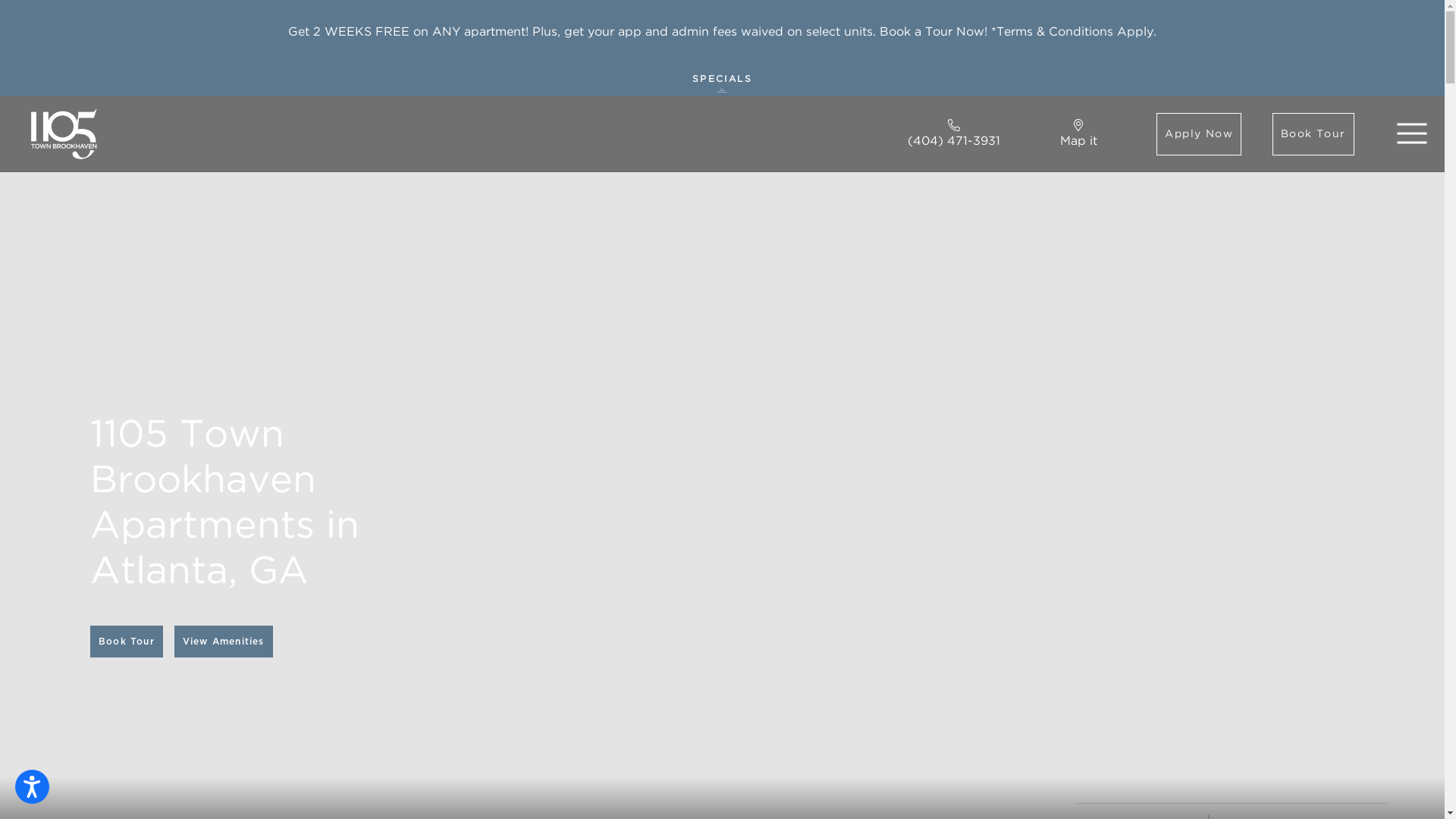  What do you see at coordinates (222, 641) in the screenshot?
I see `'View Amenities'` at bounding box center [222, 641].